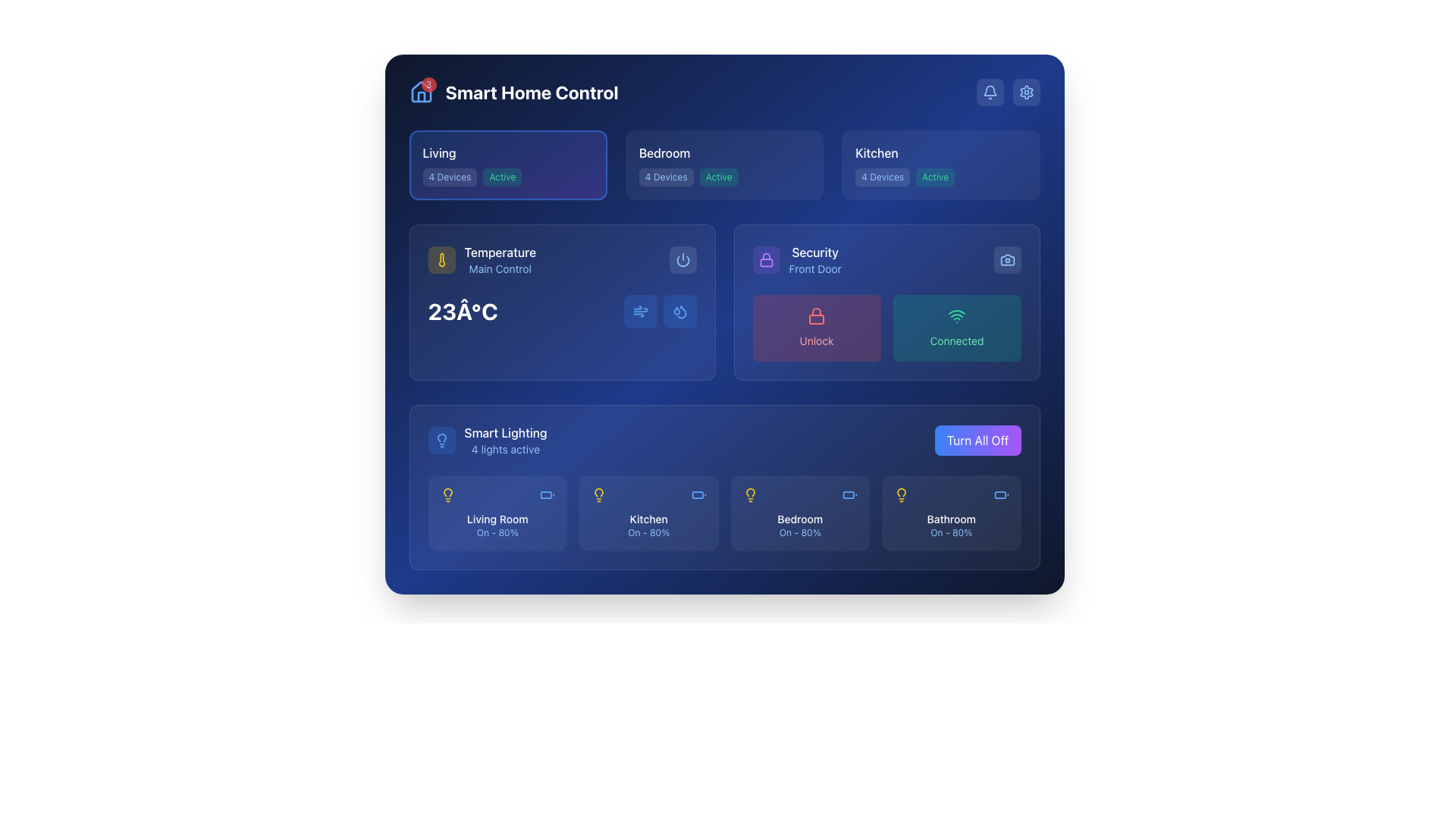  What do you see at coordinates (682, 259) in the screenshot?
I see `the power toggle button located in the top-right corner of the 'Temperature' section for interaction feedback` at bounding box center [682, 259].